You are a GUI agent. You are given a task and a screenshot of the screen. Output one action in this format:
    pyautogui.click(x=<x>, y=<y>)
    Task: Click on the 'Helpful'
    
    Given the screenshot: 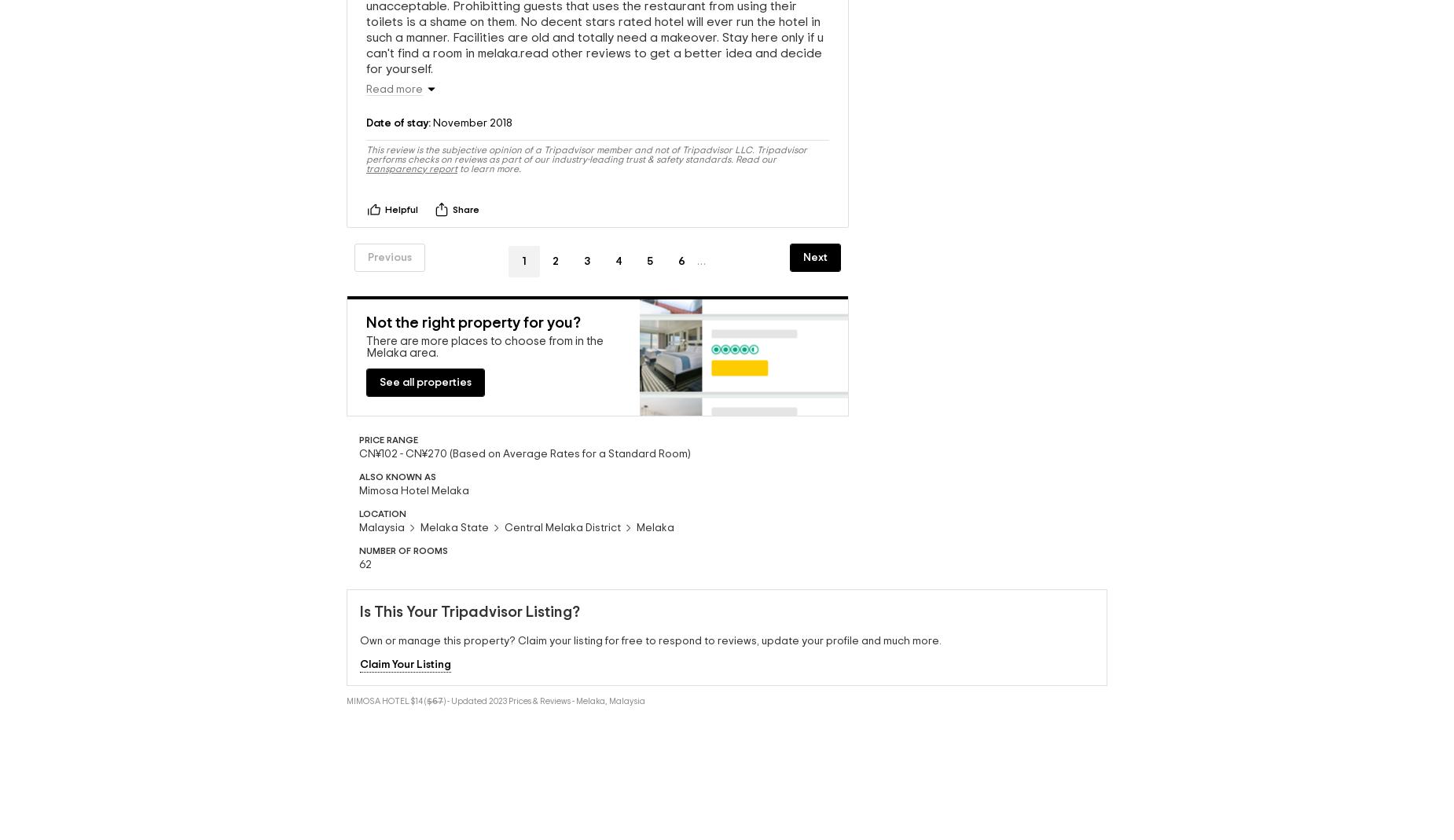 What is the action you would take?
    pyautogui.click(x=401, y=207)
    